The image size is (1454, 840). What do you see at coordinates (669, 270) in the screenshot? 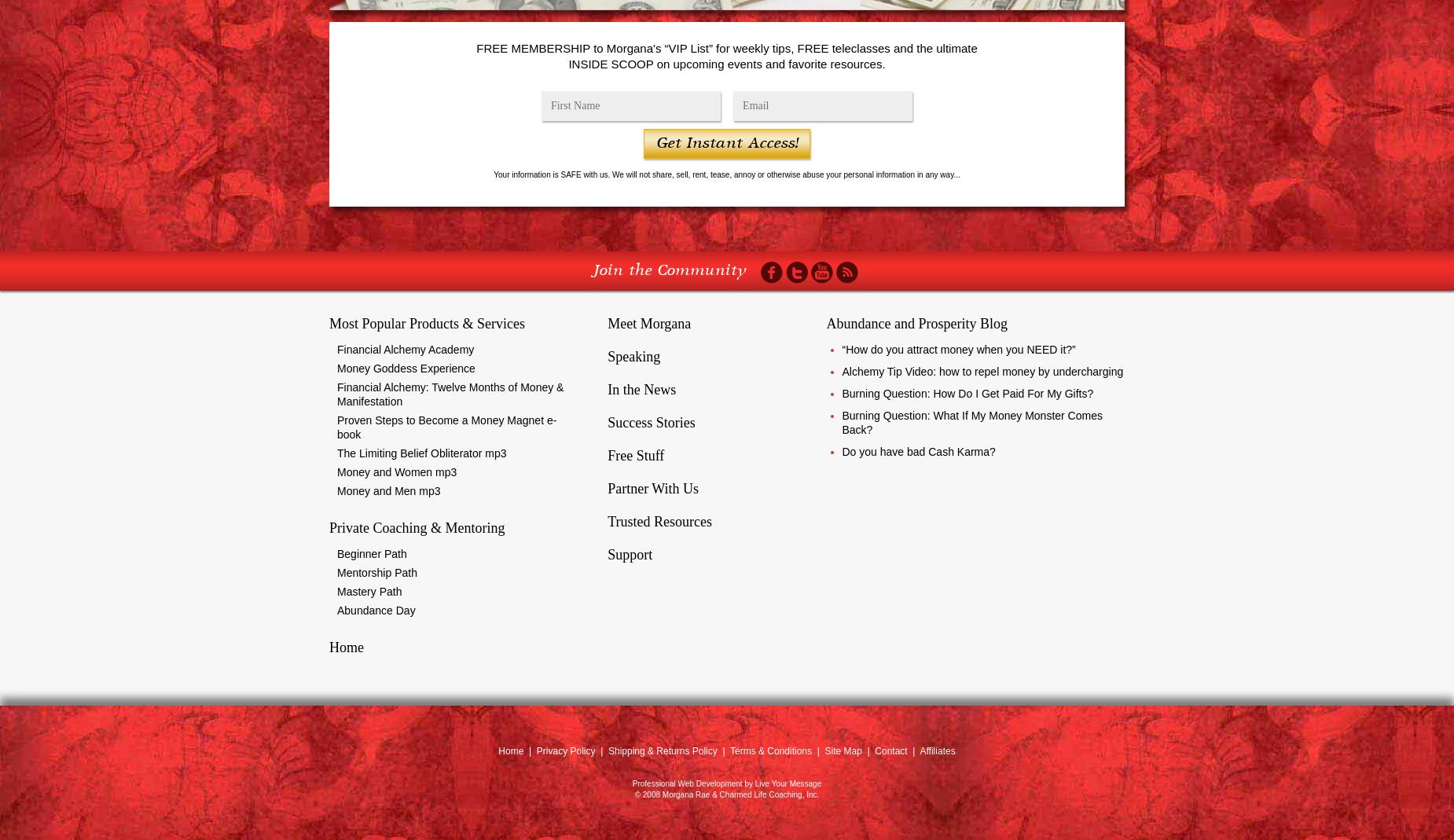
I see `'Join the Community'` at bounding box center [669, 270].